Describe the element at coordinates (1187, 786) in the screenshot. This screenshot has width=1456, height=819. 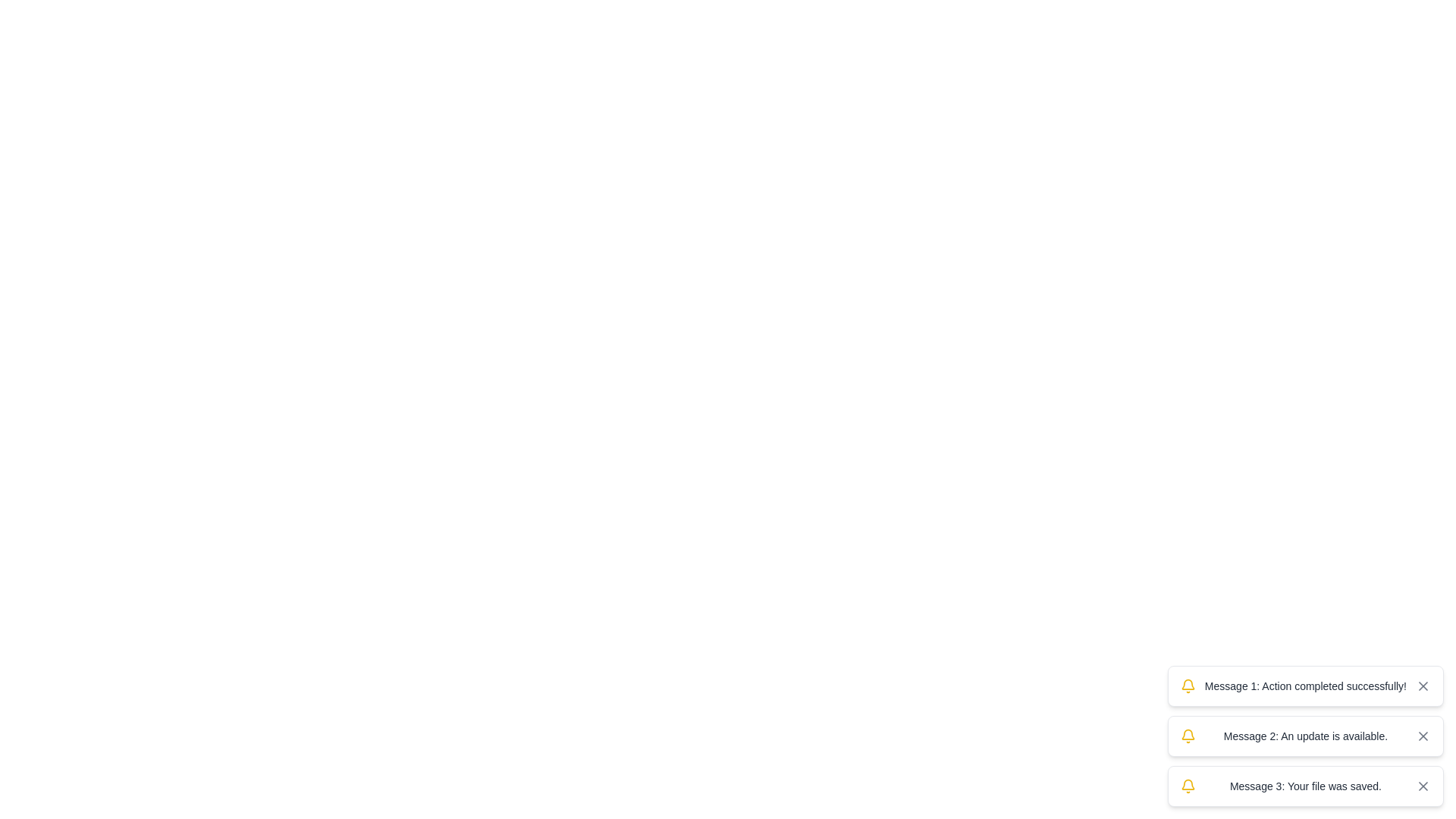
I see `the notification indicator icon located at the leftmost part of the third notification card, adjacent to the text 'Message 3: Your file was saved.'` at that location.